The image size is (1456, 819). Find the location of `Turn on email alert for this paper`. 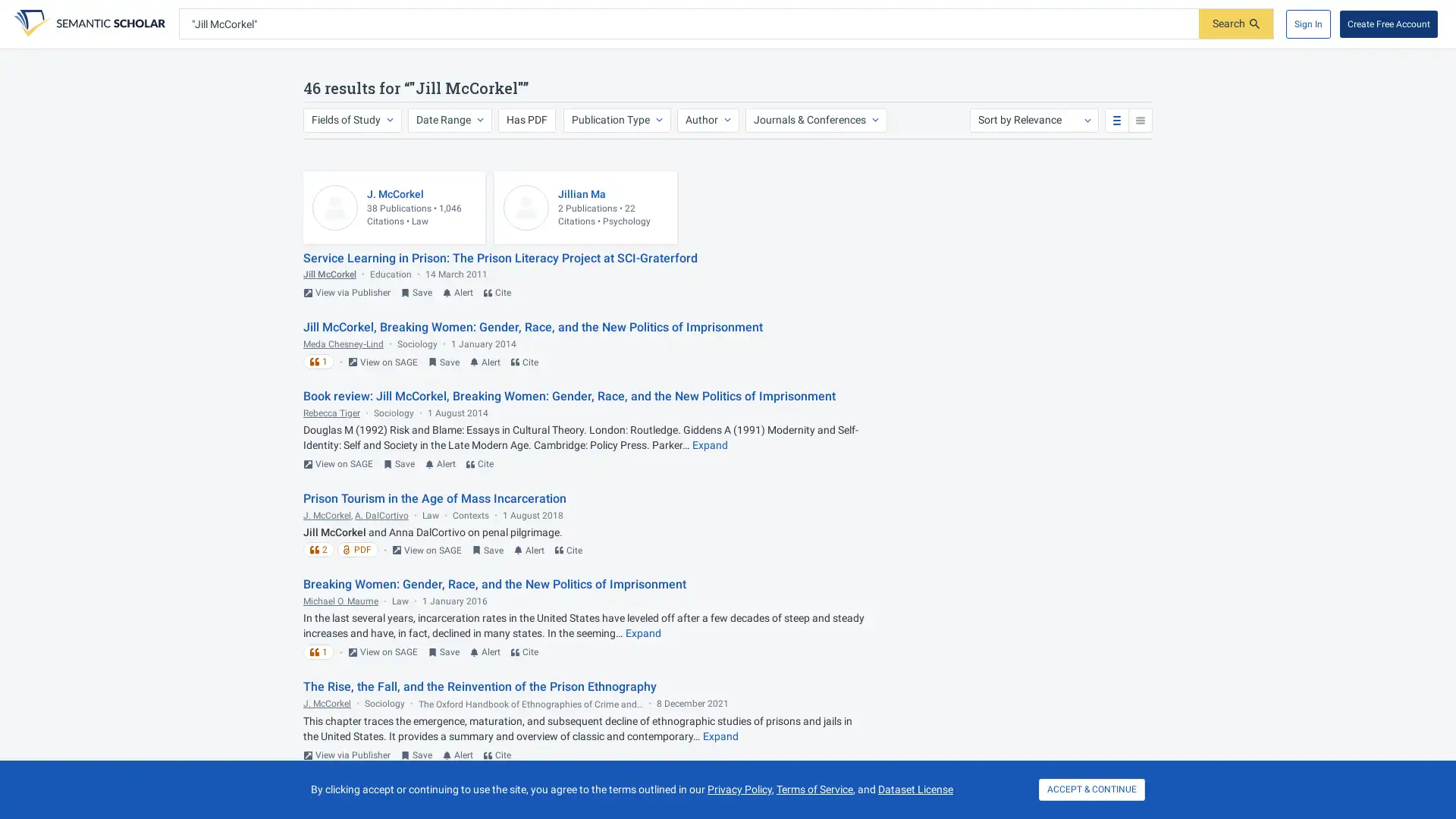

Turn on email alert for this paper is located at coordinates (484, 362).